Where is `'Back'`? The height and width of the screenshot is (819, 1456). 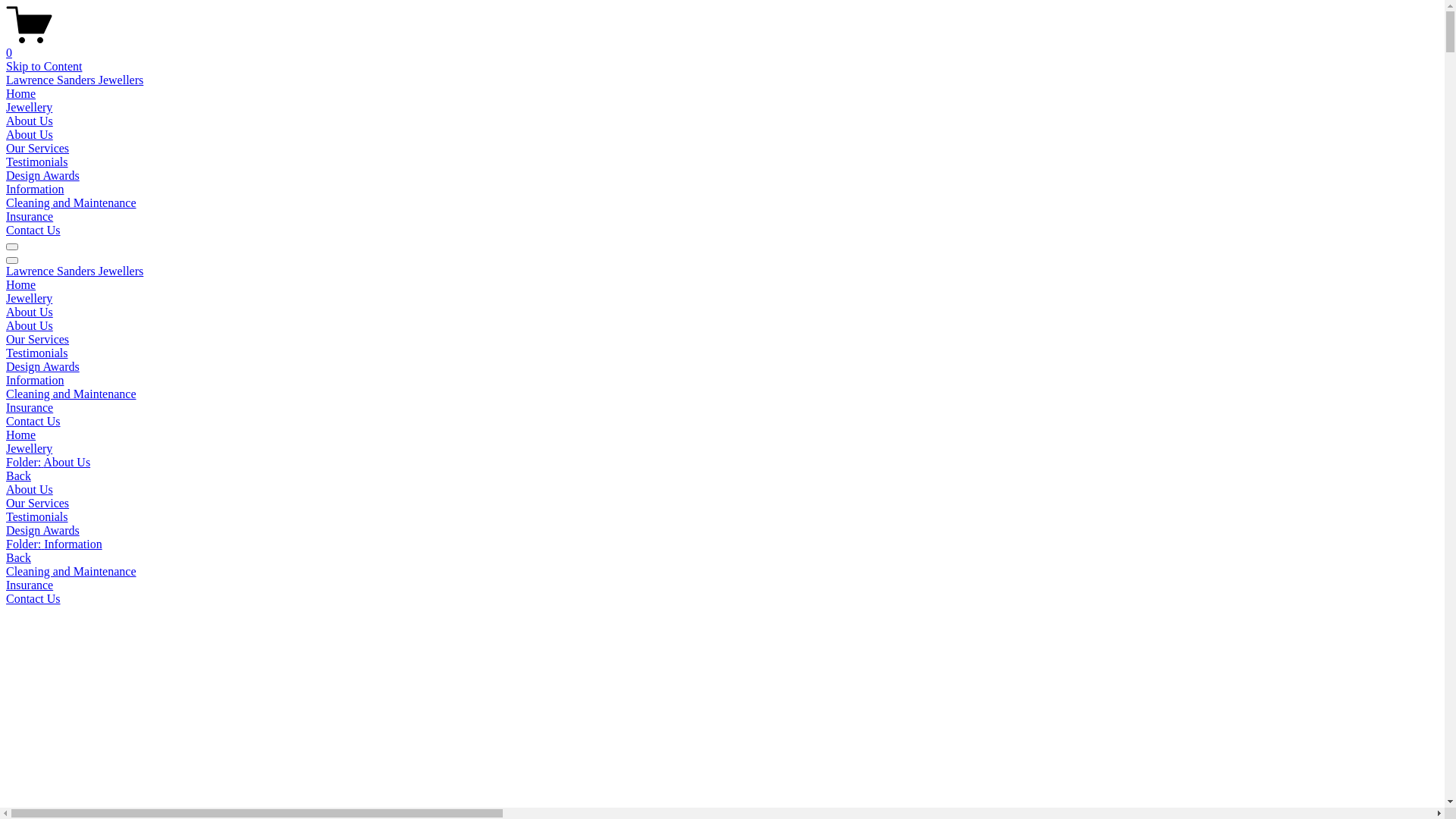
'Back' is located at coordinates (18, 557).